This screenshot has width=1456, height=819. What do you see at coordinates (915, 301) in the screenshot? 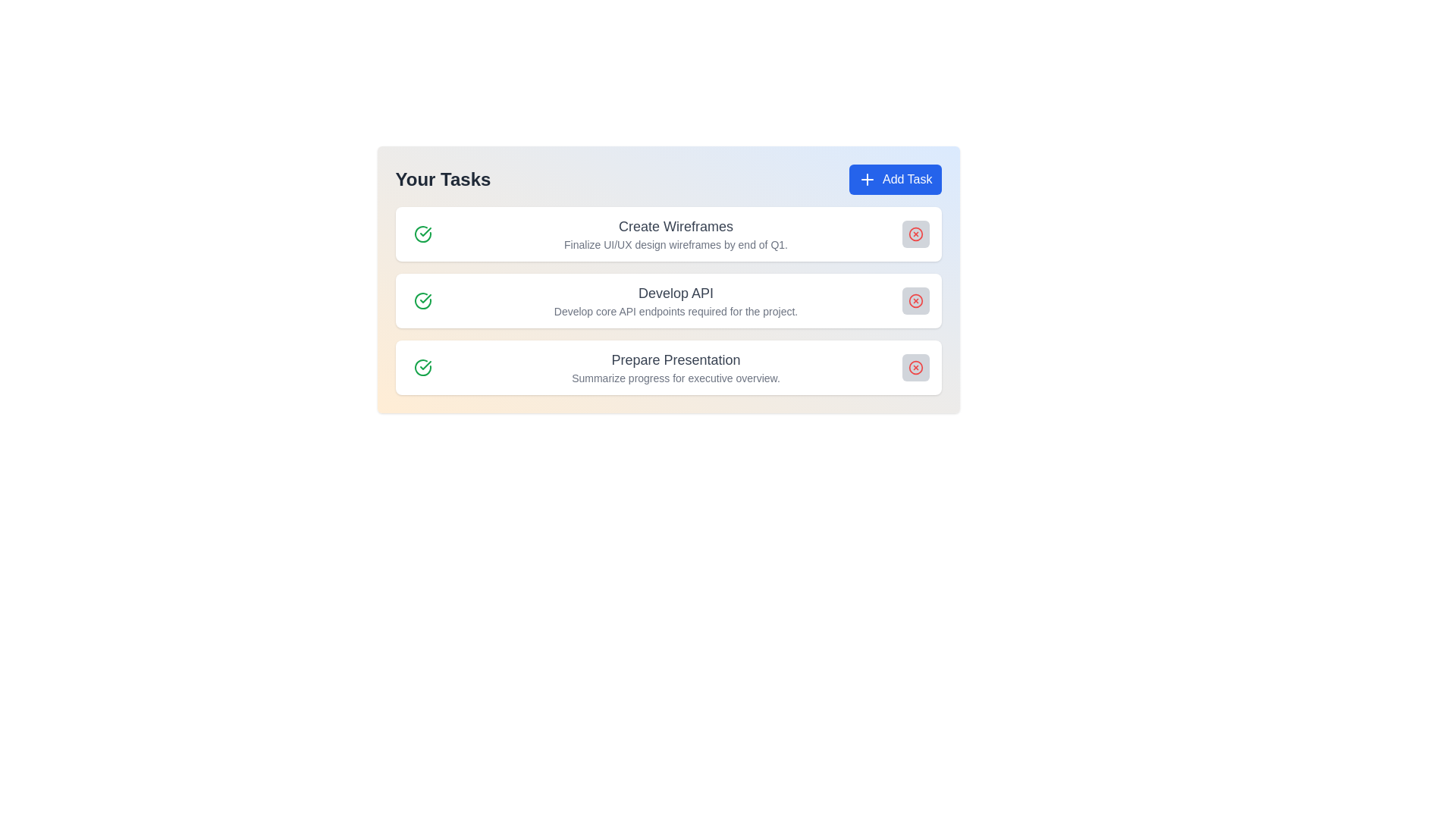
I see `the third 'remove' button located to the right of the 'Develop API' task description to change its background color` at bounding box center [915, 301].